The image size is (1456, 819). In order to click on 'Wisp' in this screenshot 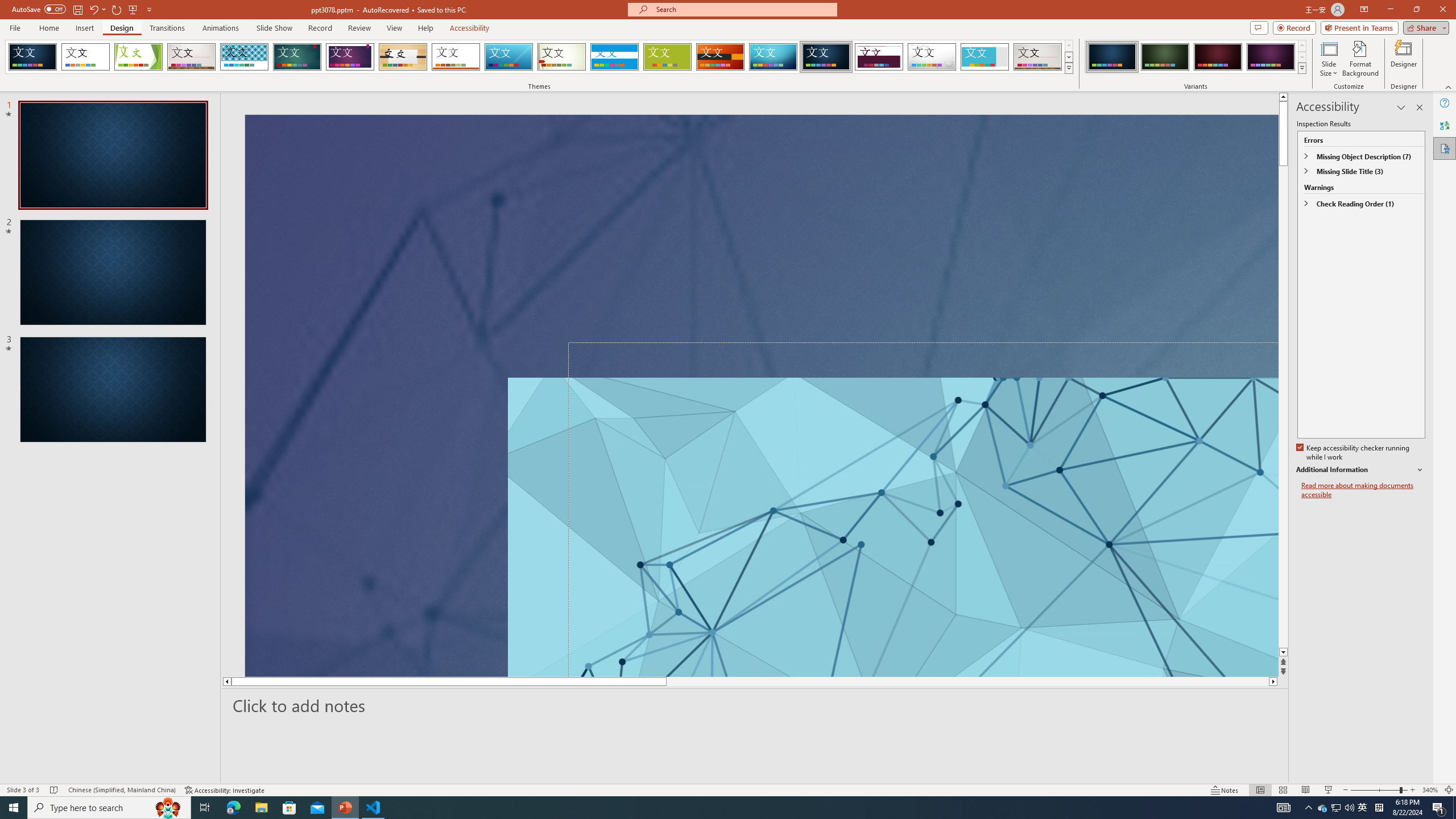, I will do `click(561, 56)`.